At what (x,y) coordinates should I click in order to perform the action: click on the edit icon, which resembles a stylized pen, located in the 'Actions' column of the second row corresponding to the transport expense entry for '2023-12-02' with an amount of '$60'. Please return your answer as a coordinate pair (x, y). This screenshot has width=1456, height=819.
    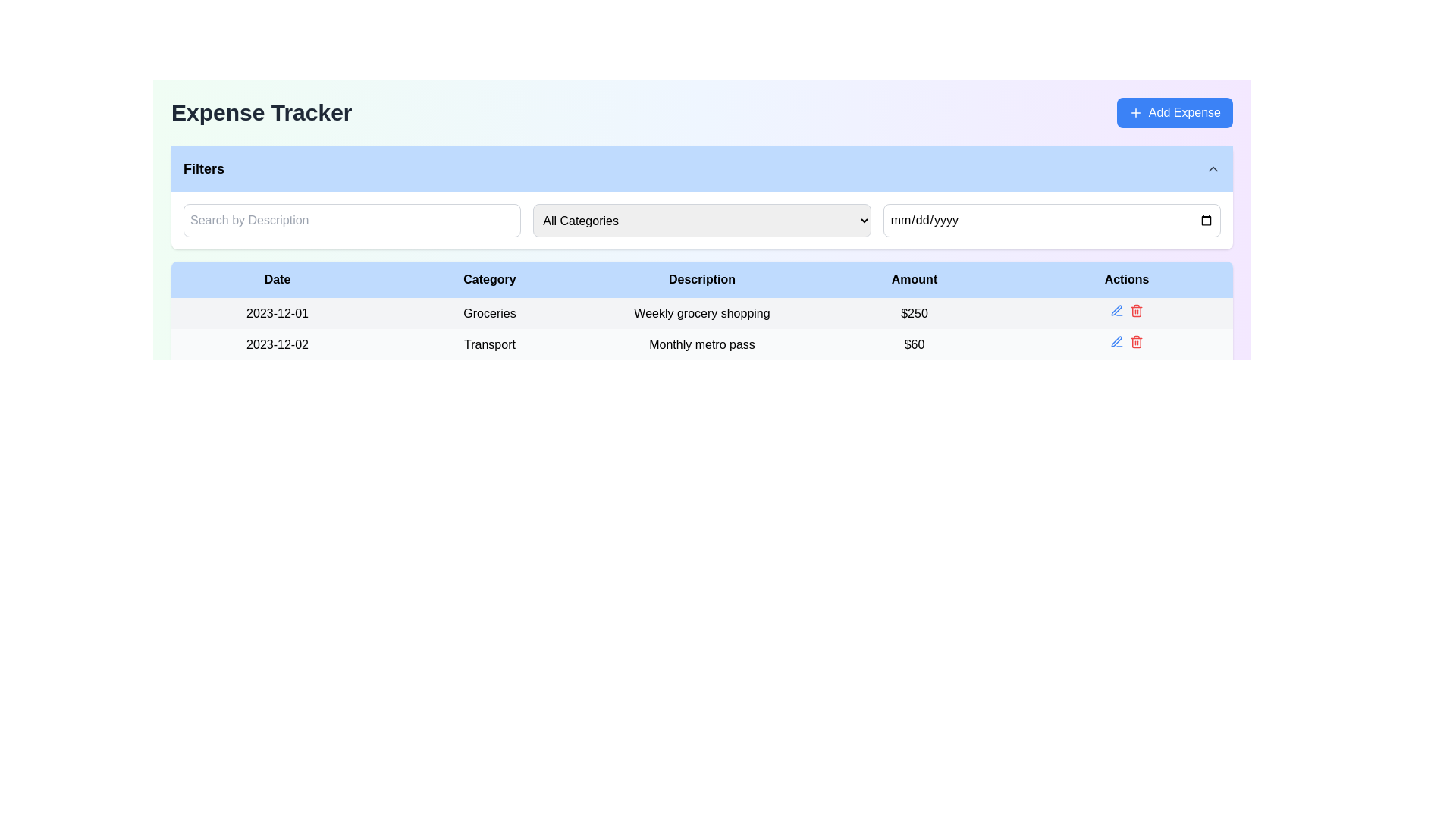
    Looking at the image, I should click on (1116, 341).